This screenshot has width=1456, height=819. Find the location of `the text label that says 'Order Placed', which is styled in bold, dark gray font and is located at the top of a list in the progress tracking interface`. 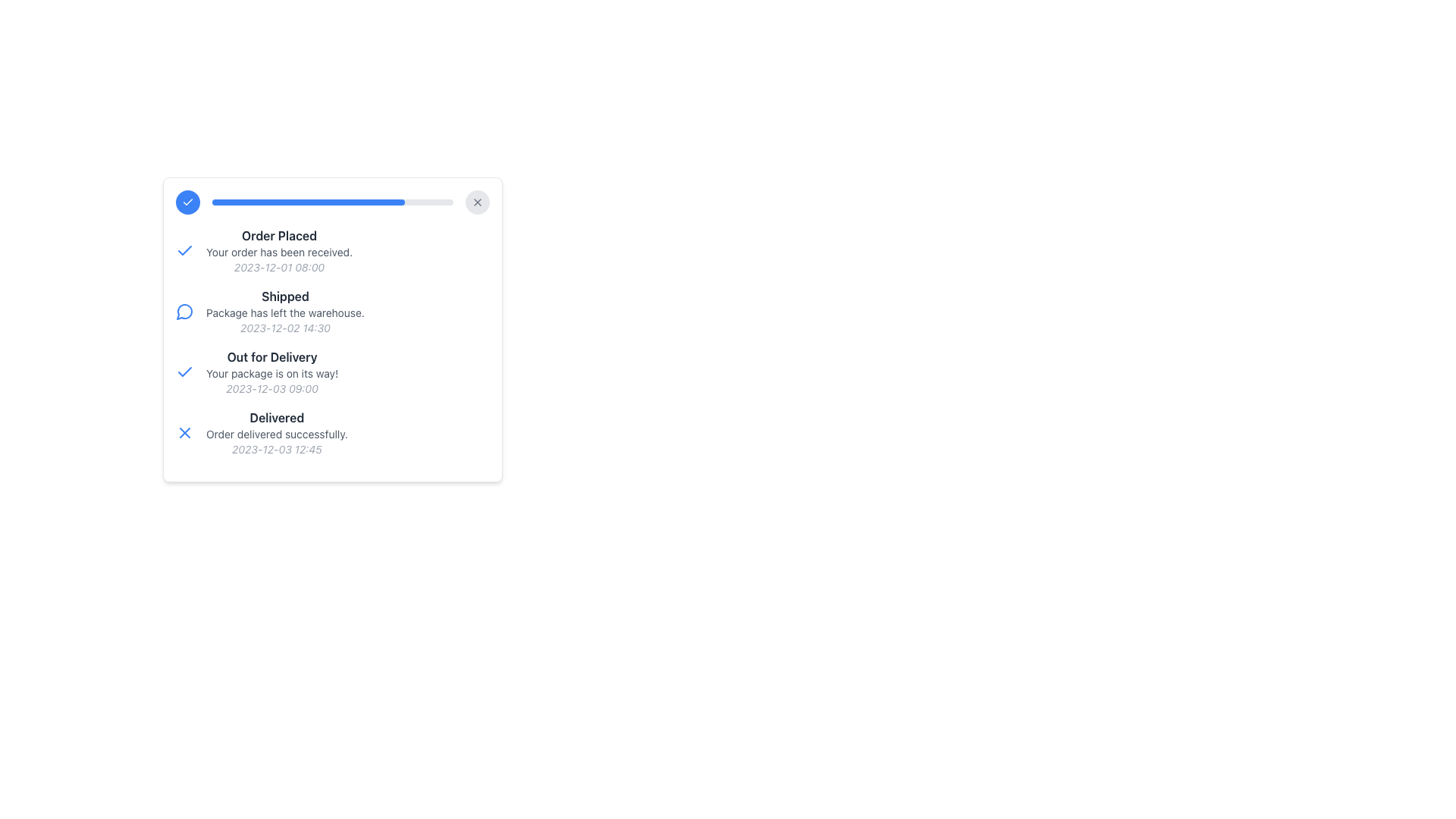

the text label that says 'Order Placed', which is styled in bold, dark gray font and is located at the top of a list in the progress tracking interface is located at coordinates (279, 236).